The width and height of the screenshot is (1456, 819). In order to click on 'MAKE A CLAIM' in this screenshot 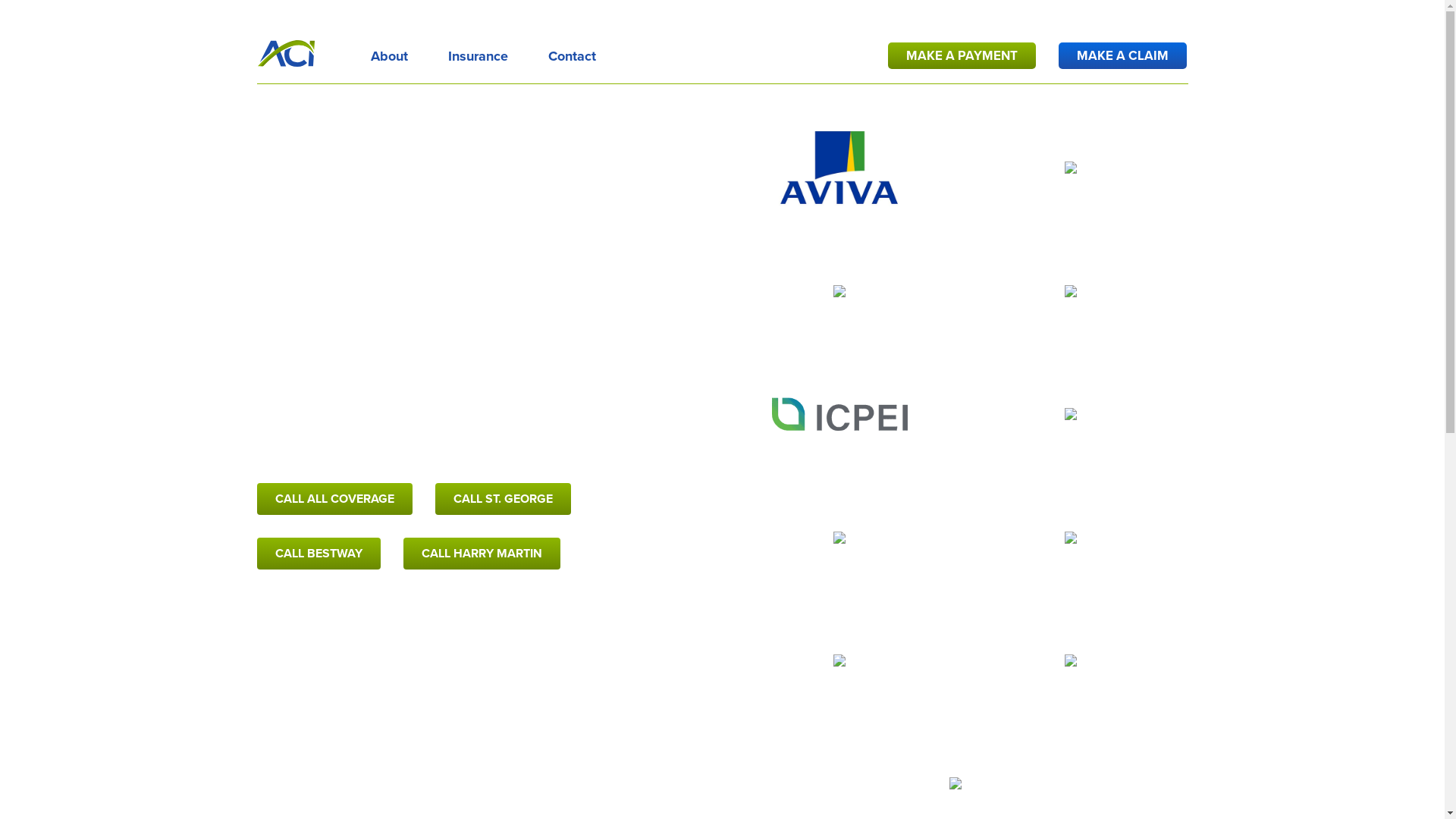, I will do `click(1122, 55)`.